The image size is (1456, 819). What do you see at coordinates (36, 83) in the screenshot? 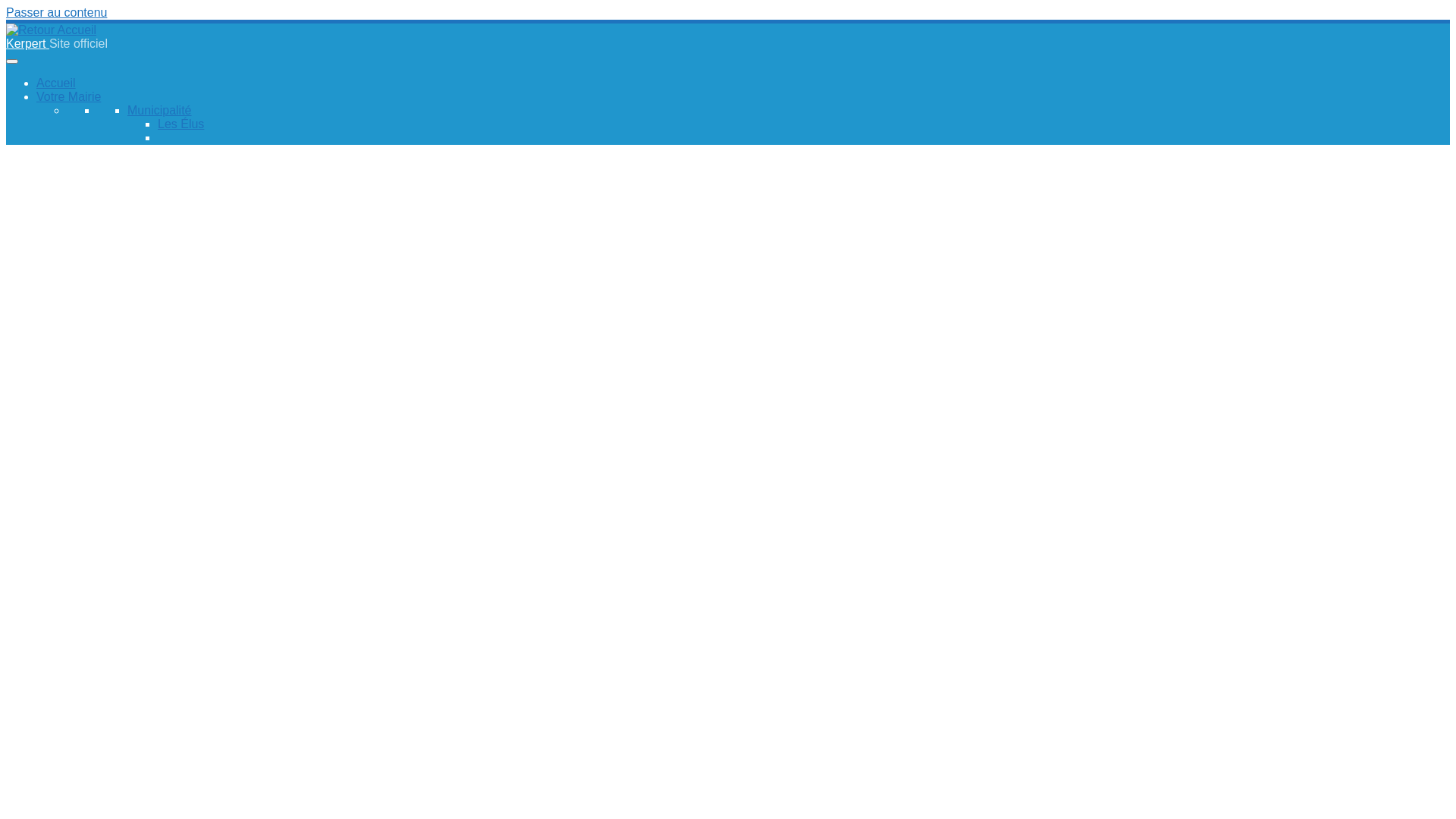
I see `'Accueil'` at bounding box center [36, 83].